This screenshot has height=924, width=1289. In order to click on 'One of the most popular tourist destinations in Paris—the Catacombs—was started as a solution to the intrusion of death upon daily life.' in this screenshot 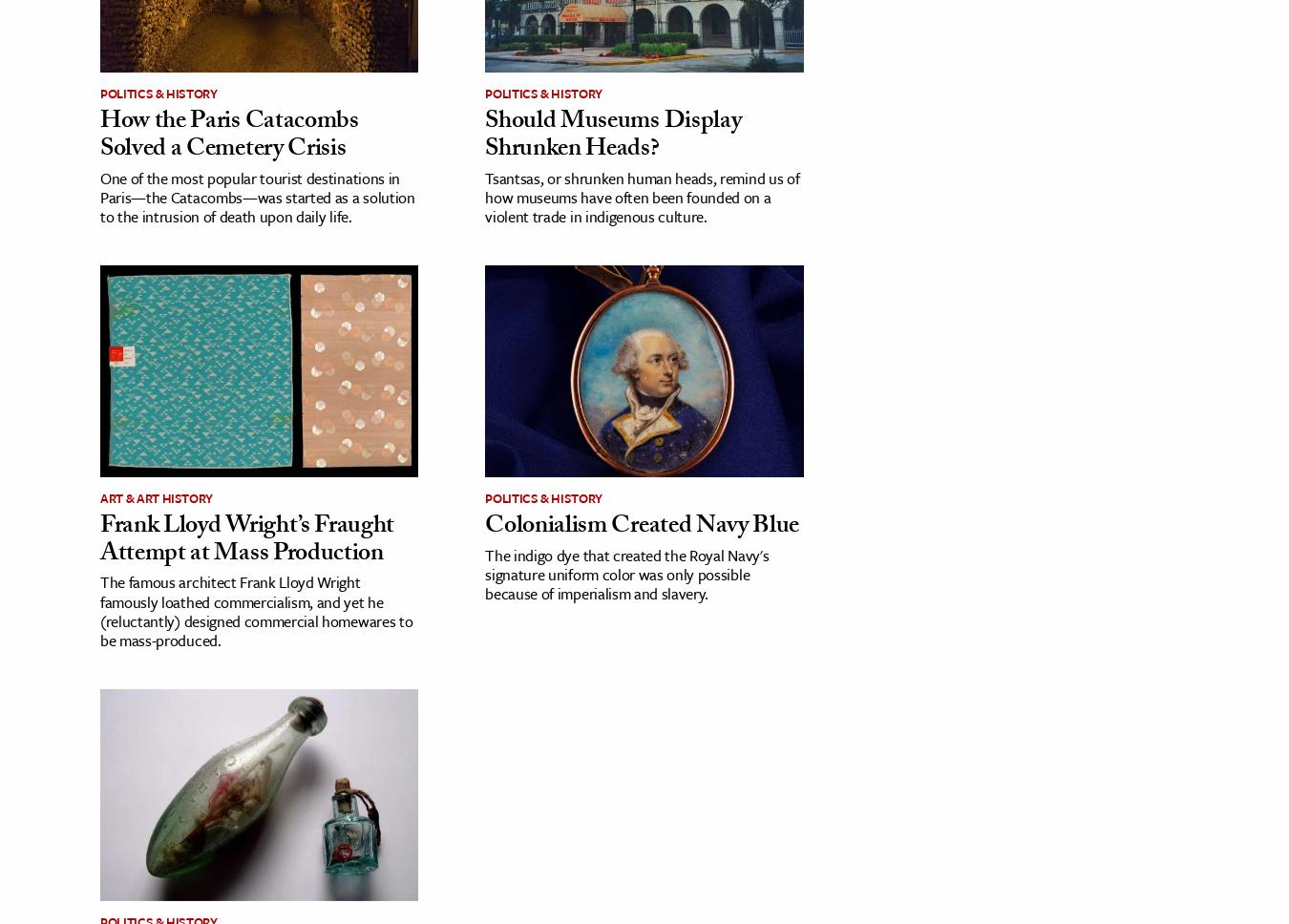, I will do `click(256, 196)`.